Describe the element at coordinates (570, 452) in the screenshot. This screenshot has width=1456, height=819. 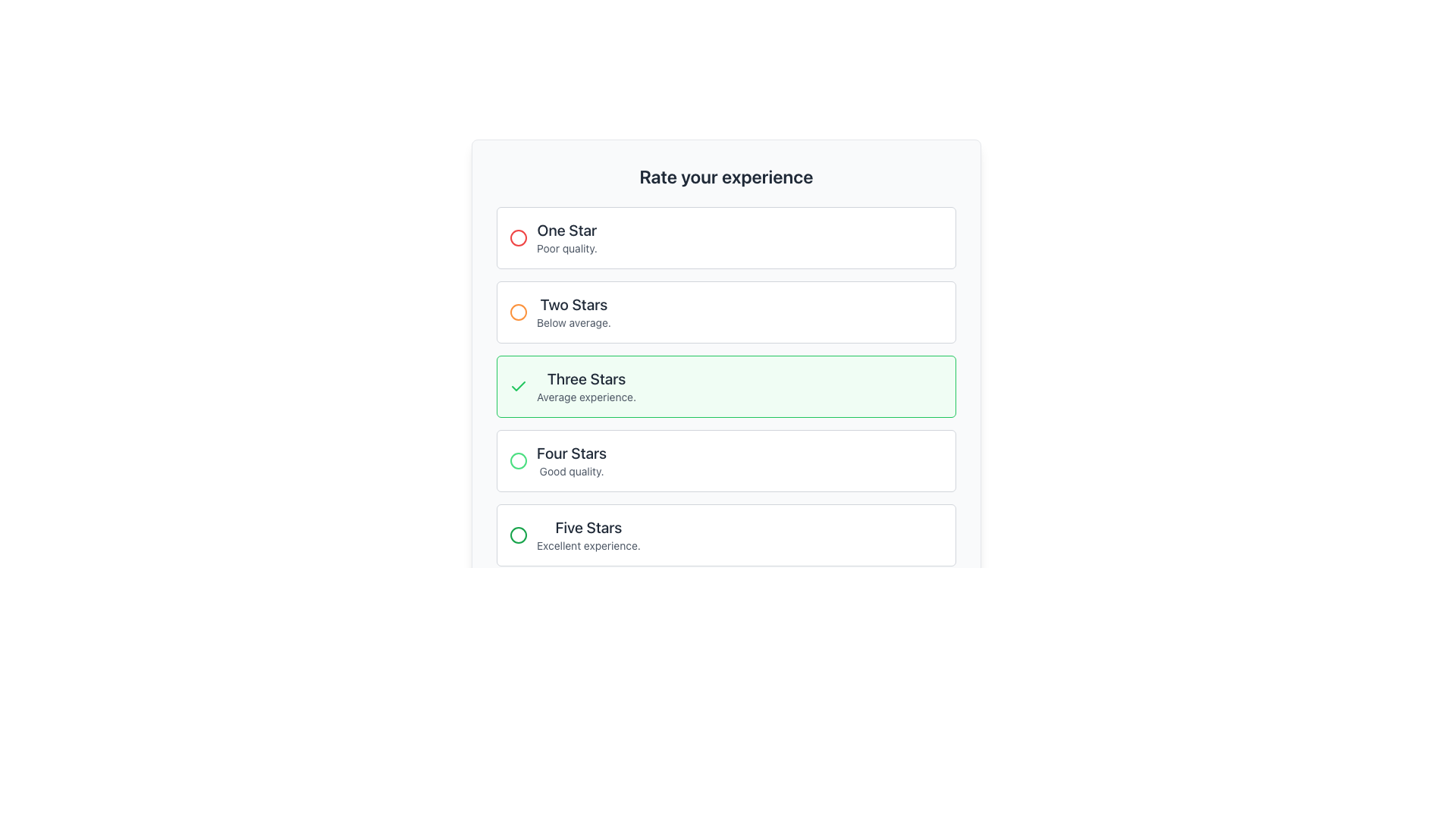
I see `text content of the 'Four Stars' label located in the fourth row of the rating options list` at that location.